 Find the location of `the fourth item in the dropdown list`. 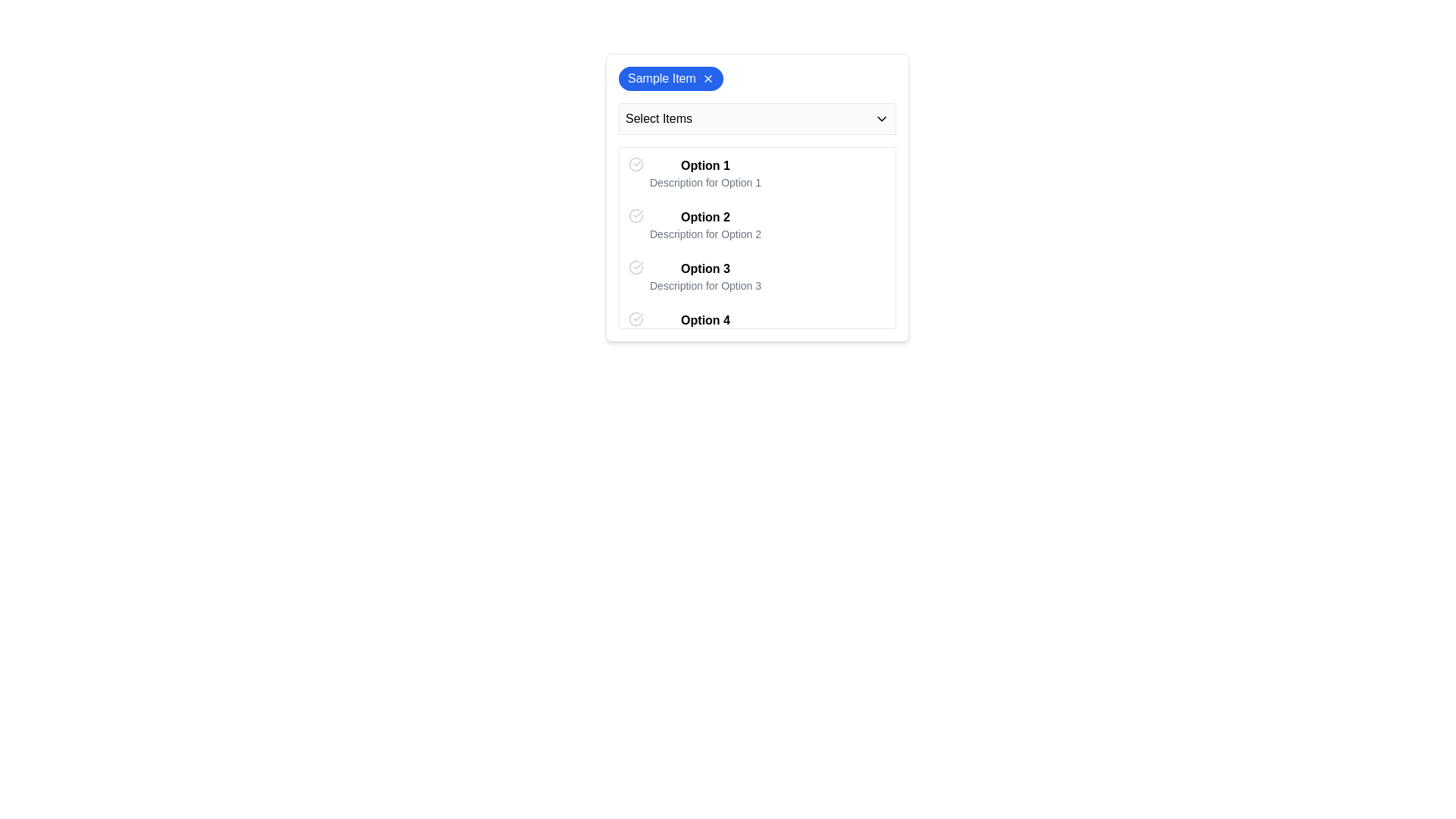

the fourth item in the dropdown list is located at coordinates (757, 327).